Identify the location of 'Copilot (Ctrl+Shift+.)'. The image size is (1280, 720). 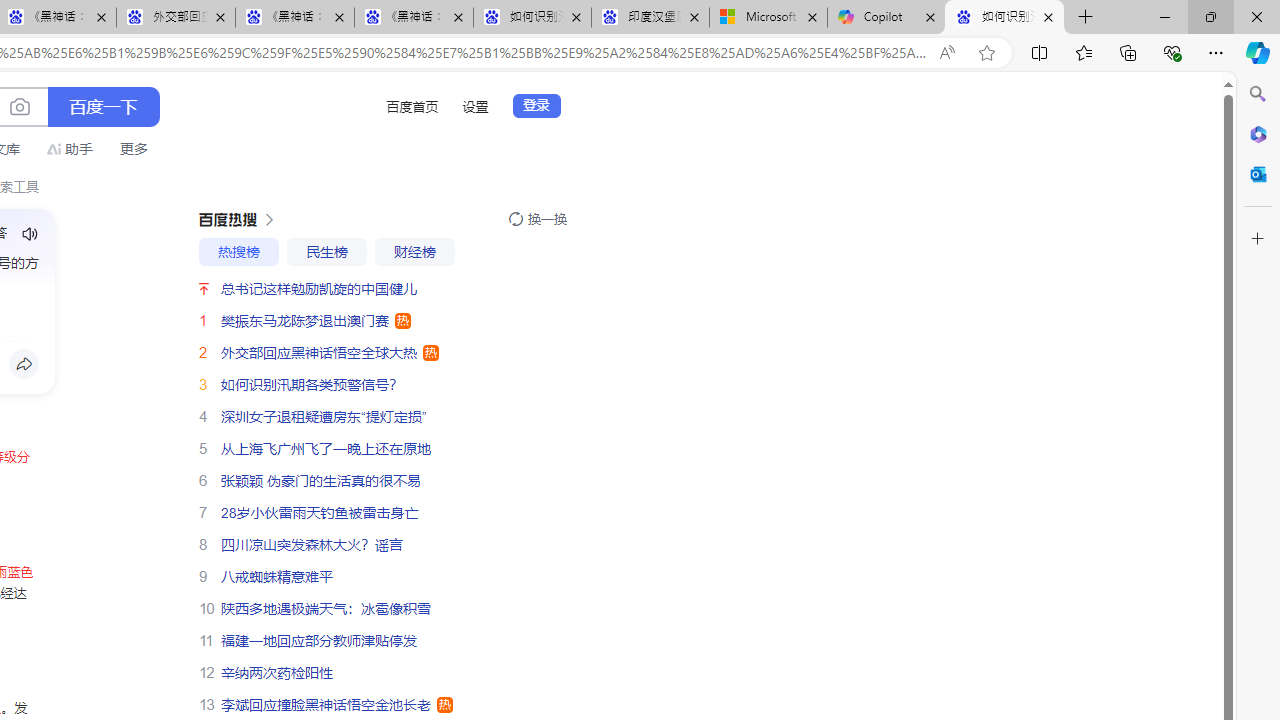
(1257, 51).